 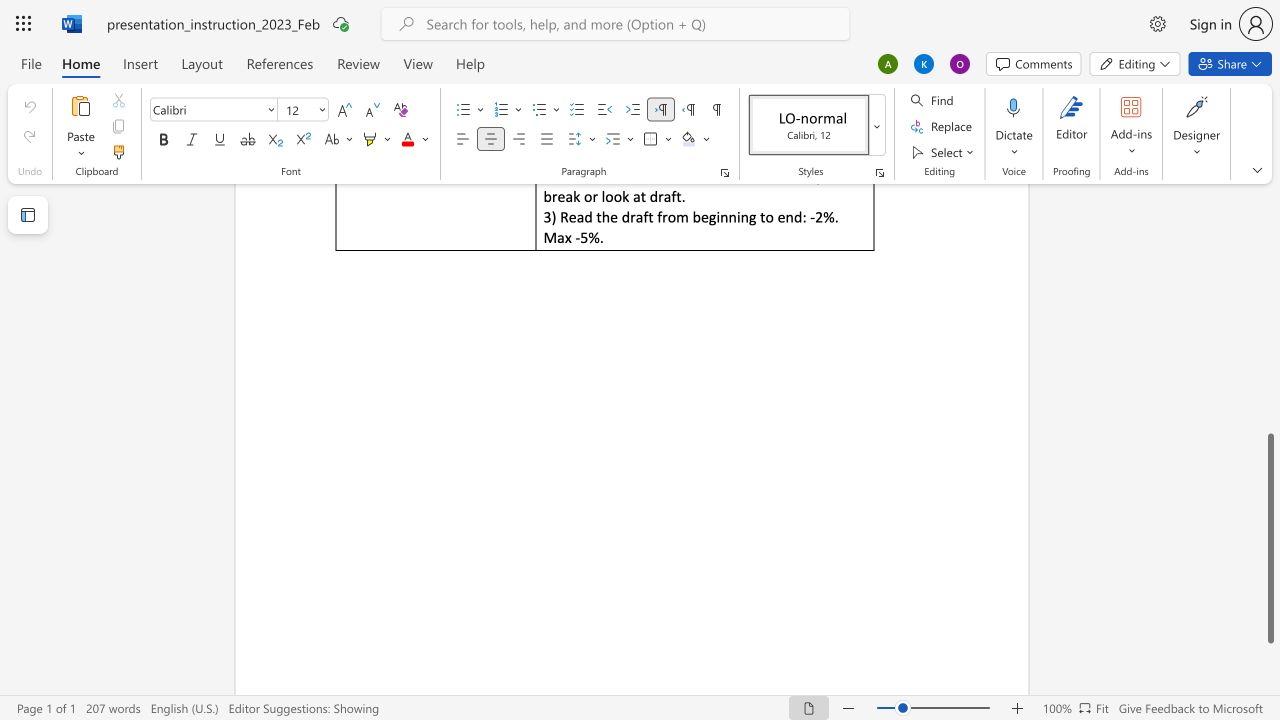 I want to click on the scrollbar, so click(x=1269, y=328).